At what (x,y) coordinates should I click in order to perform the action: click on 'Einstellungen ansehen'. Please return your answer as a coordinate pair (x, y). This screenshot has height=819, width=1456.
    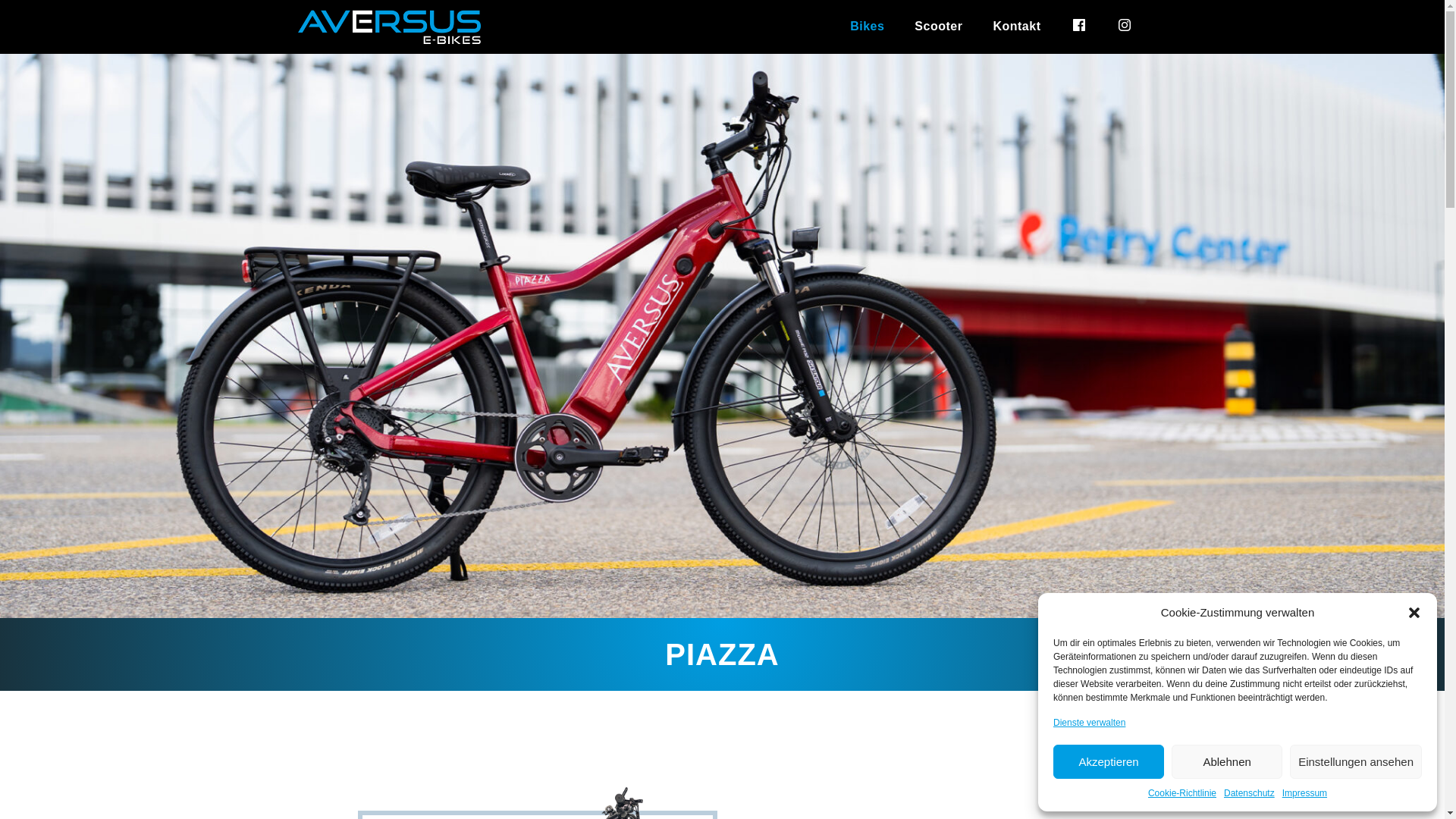
    Looking at the image, I should click on (1356, 761).